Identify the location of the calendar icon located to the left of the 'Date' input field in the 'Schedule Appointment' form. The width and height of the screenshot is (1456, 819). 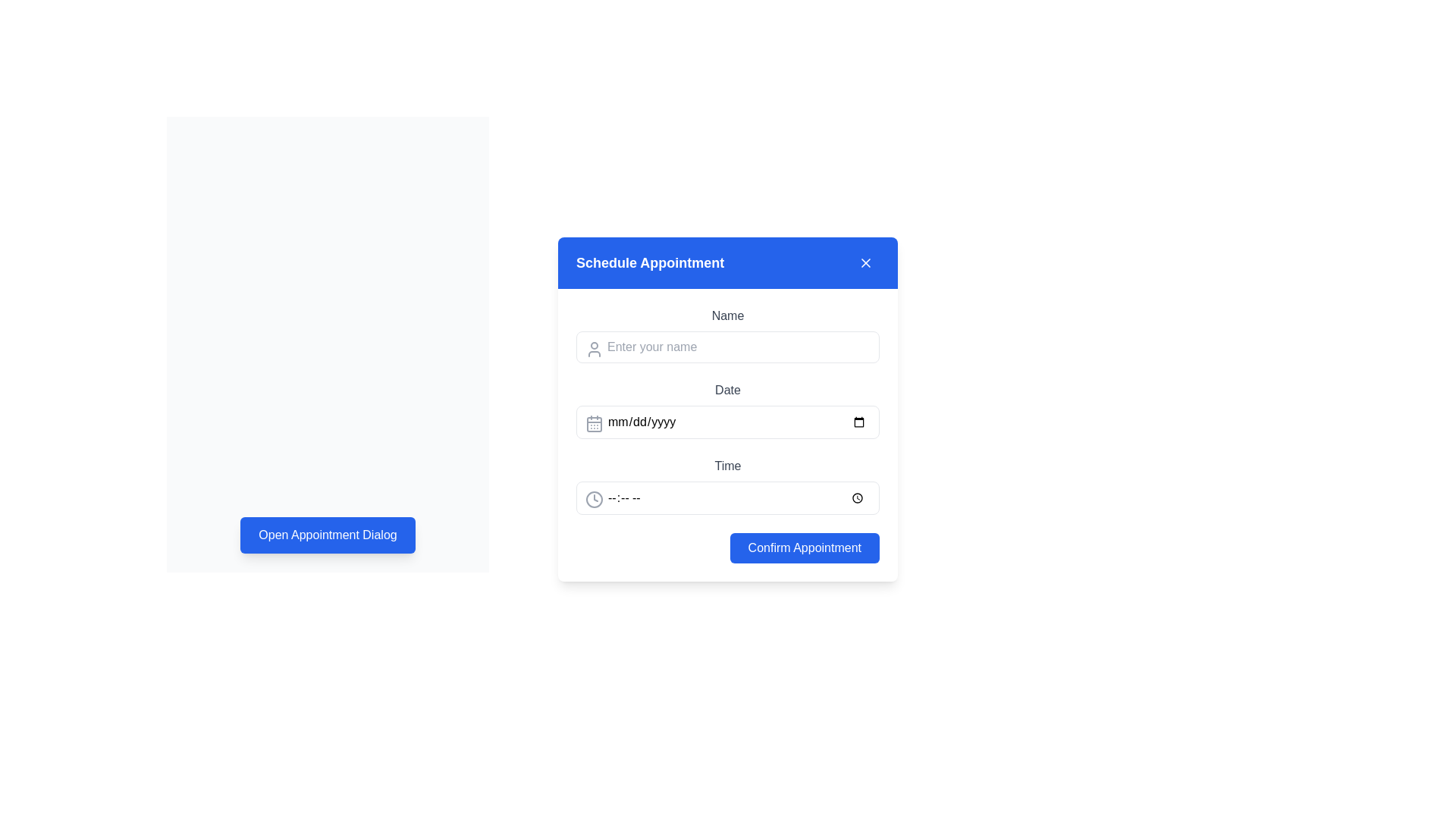
(593, 424).